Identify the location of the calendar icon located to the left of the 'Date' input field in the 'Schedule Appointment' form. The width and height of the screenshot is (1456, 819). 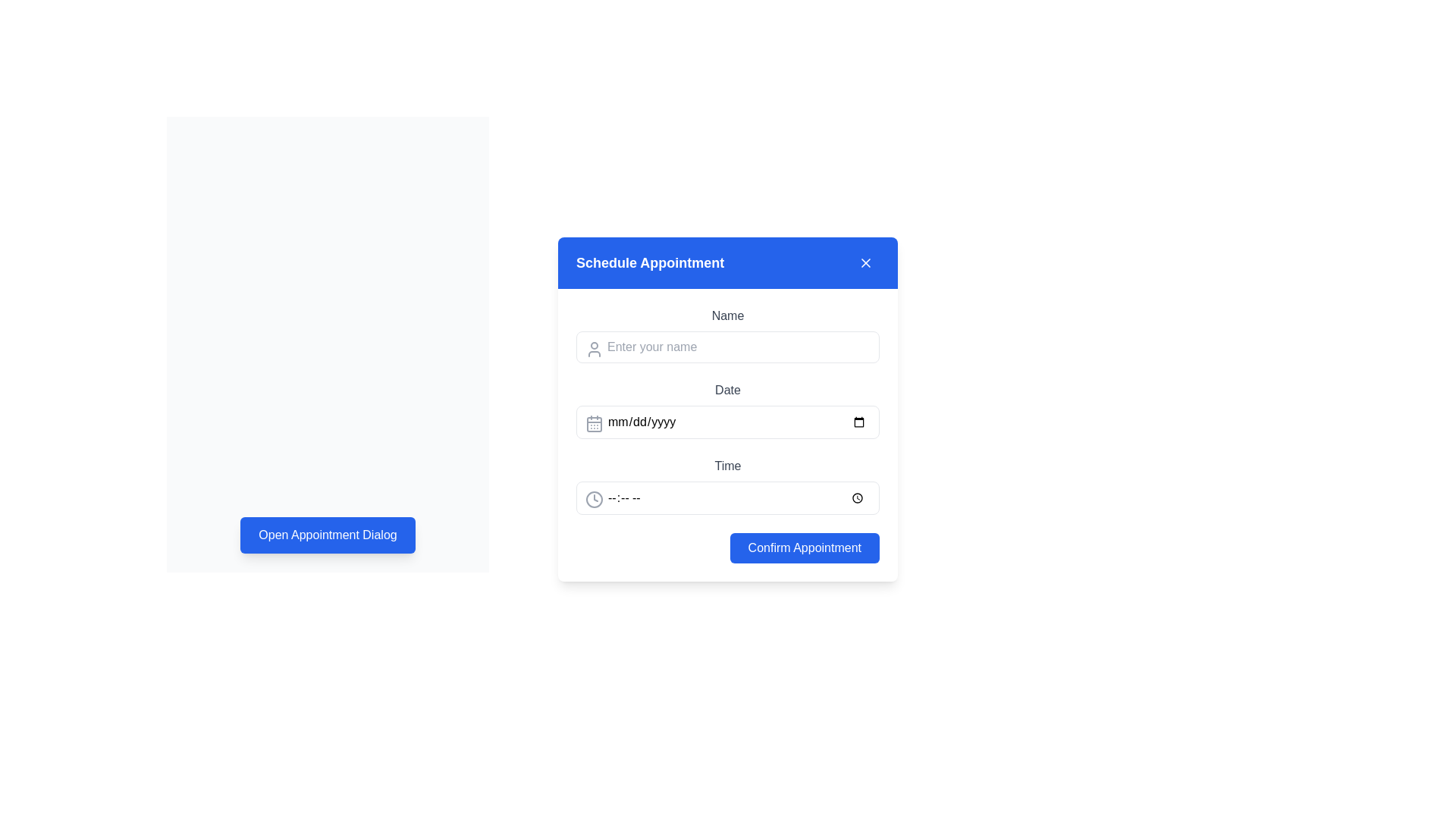
(593, 424).